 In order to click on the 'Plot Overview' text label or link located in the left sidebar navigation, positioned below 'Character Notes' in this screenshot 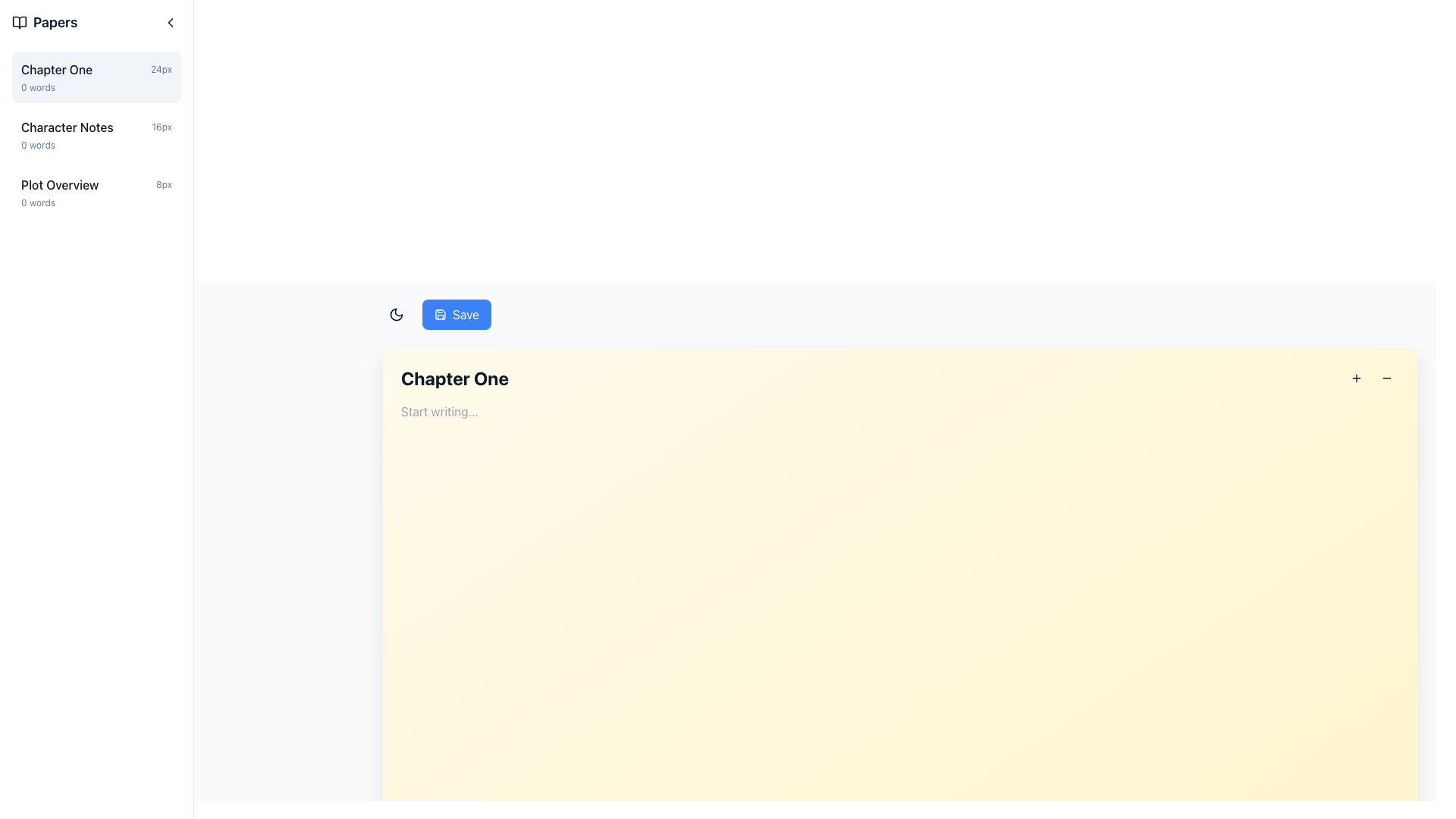, I will do `click(60, 184)`.